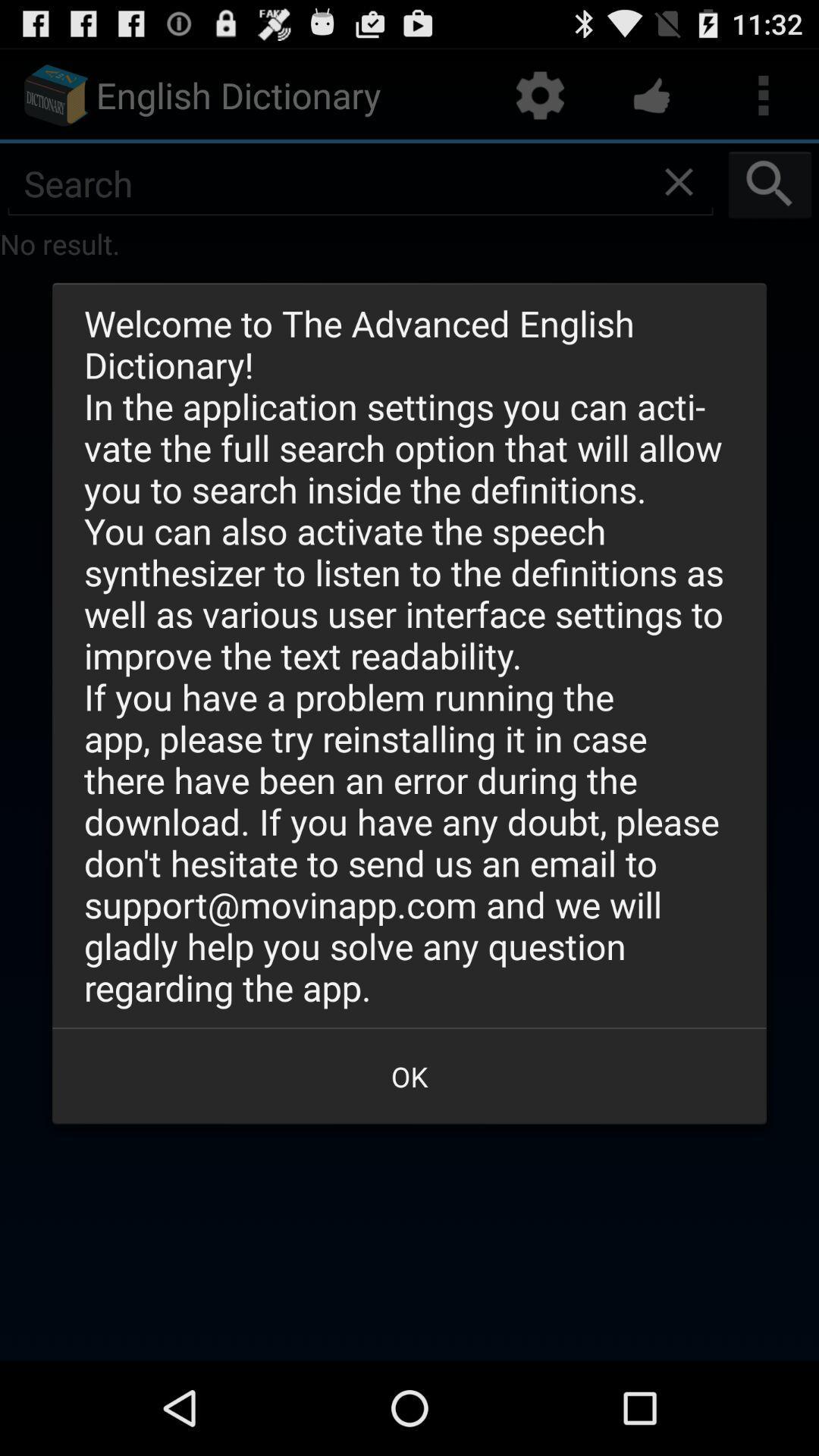 This screenshot has height=1456, width=819. Describe the element at coordinates (409, 1075) in the screenshot. I see `ok` at that location.